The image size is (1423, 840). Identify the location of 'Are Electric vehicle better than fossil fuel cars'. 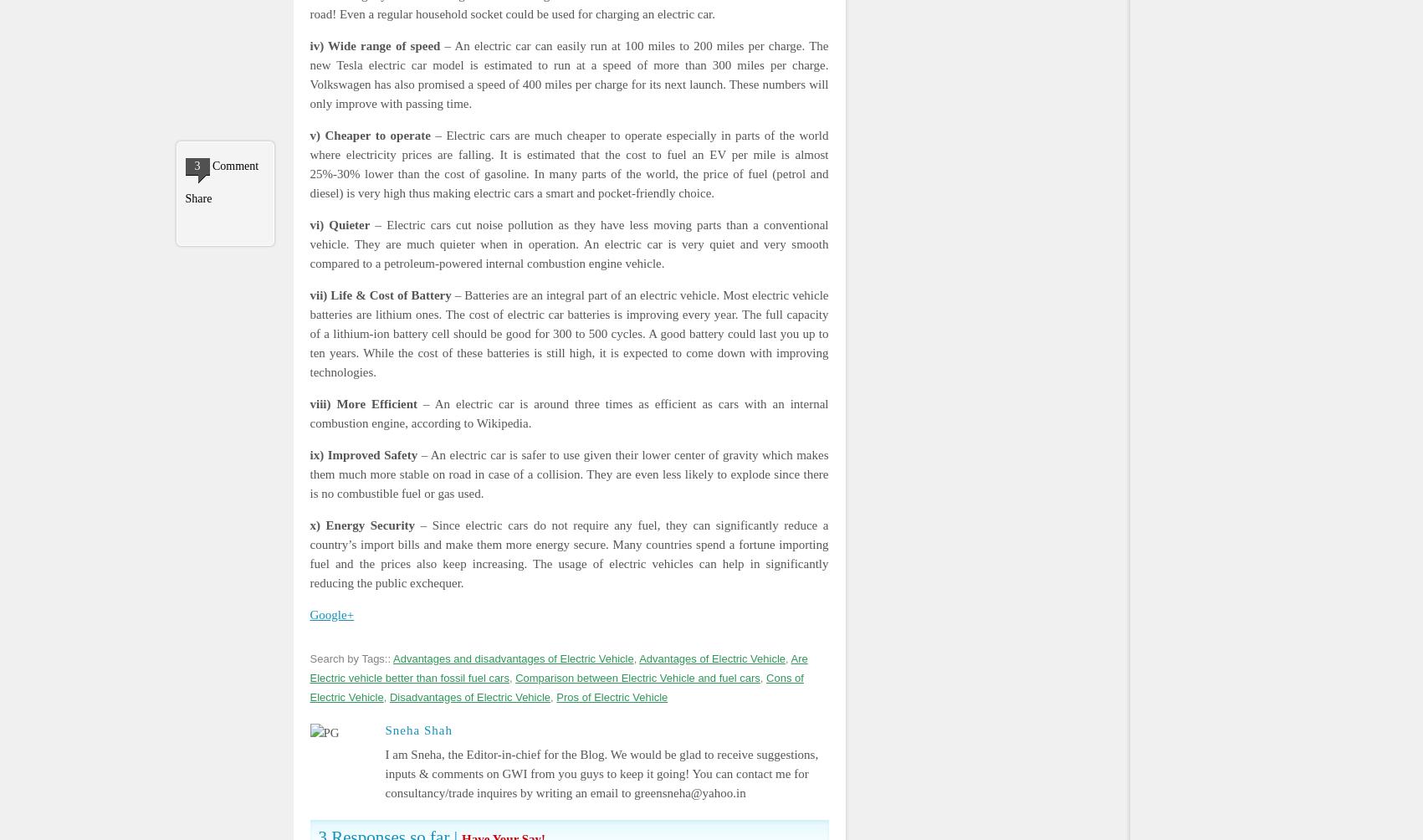
(557, 667).